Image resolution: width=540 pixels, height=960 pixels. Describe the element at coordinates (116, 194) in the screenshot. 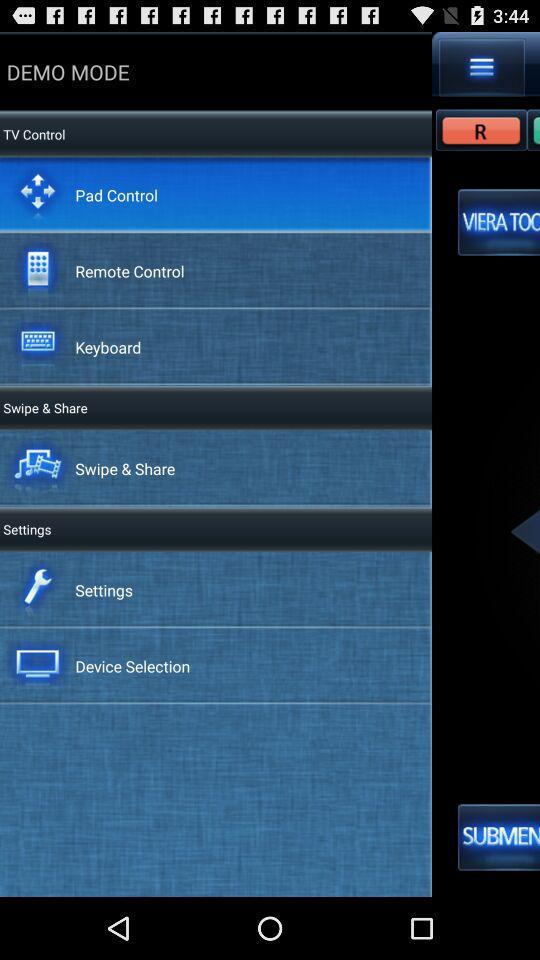

I see `item below demo mode app` at that location.